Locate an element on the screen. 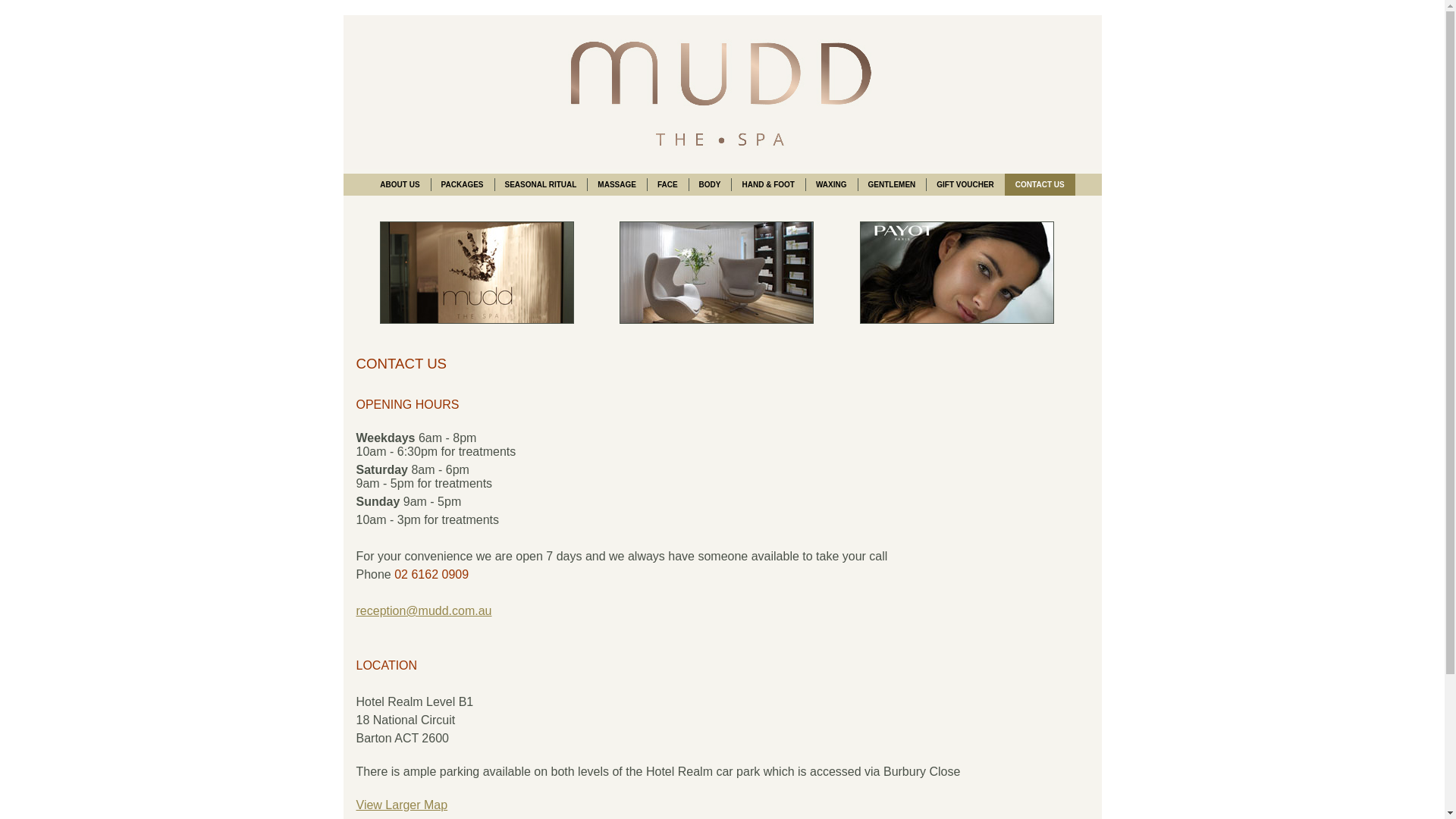  'HAND & FOOT' is located at coordinates (767, 184).